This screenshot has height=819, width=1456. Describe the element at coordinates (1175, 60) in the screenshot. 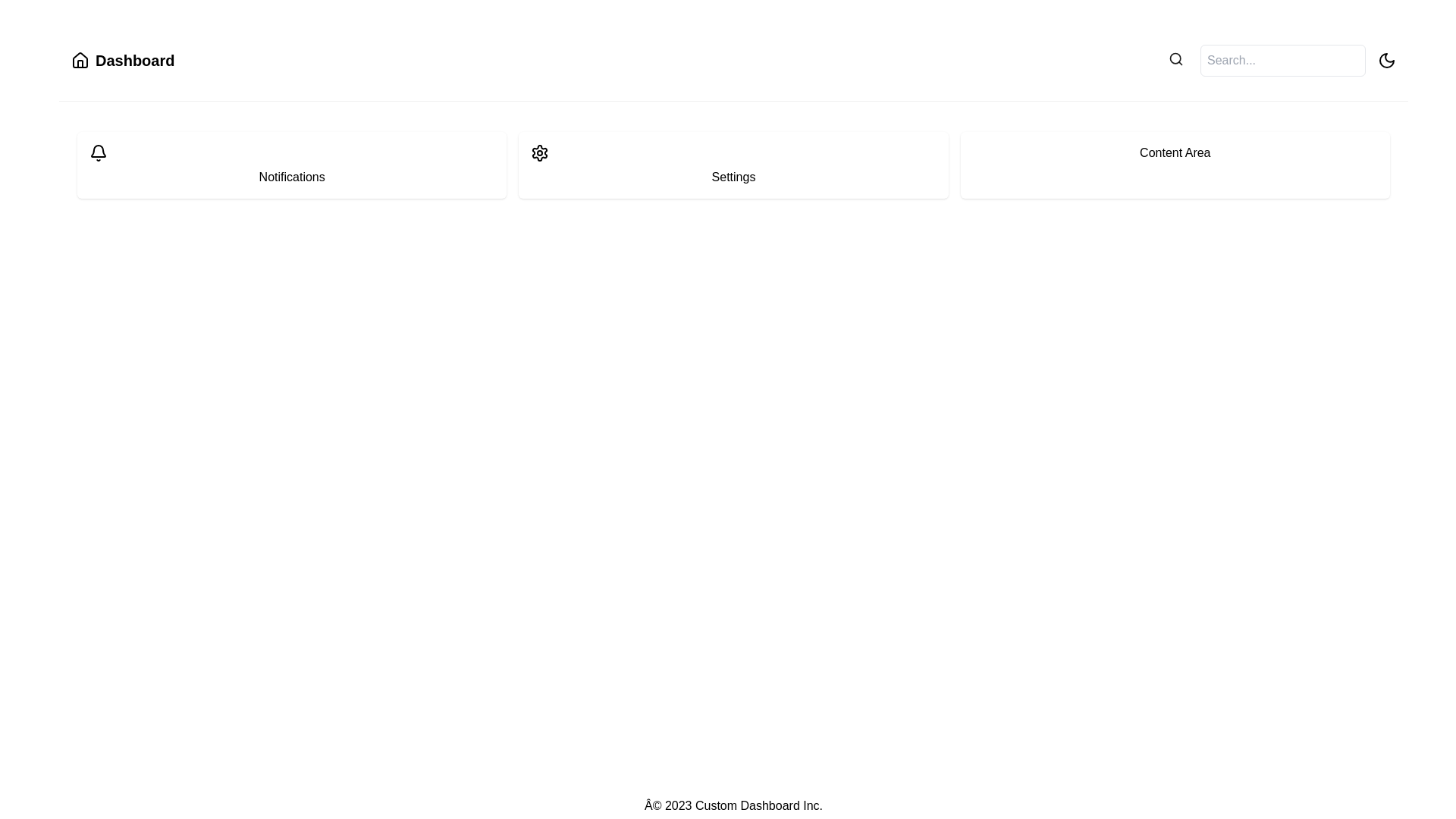

I see `the search button located near the top-right corner of the layout` at that location.